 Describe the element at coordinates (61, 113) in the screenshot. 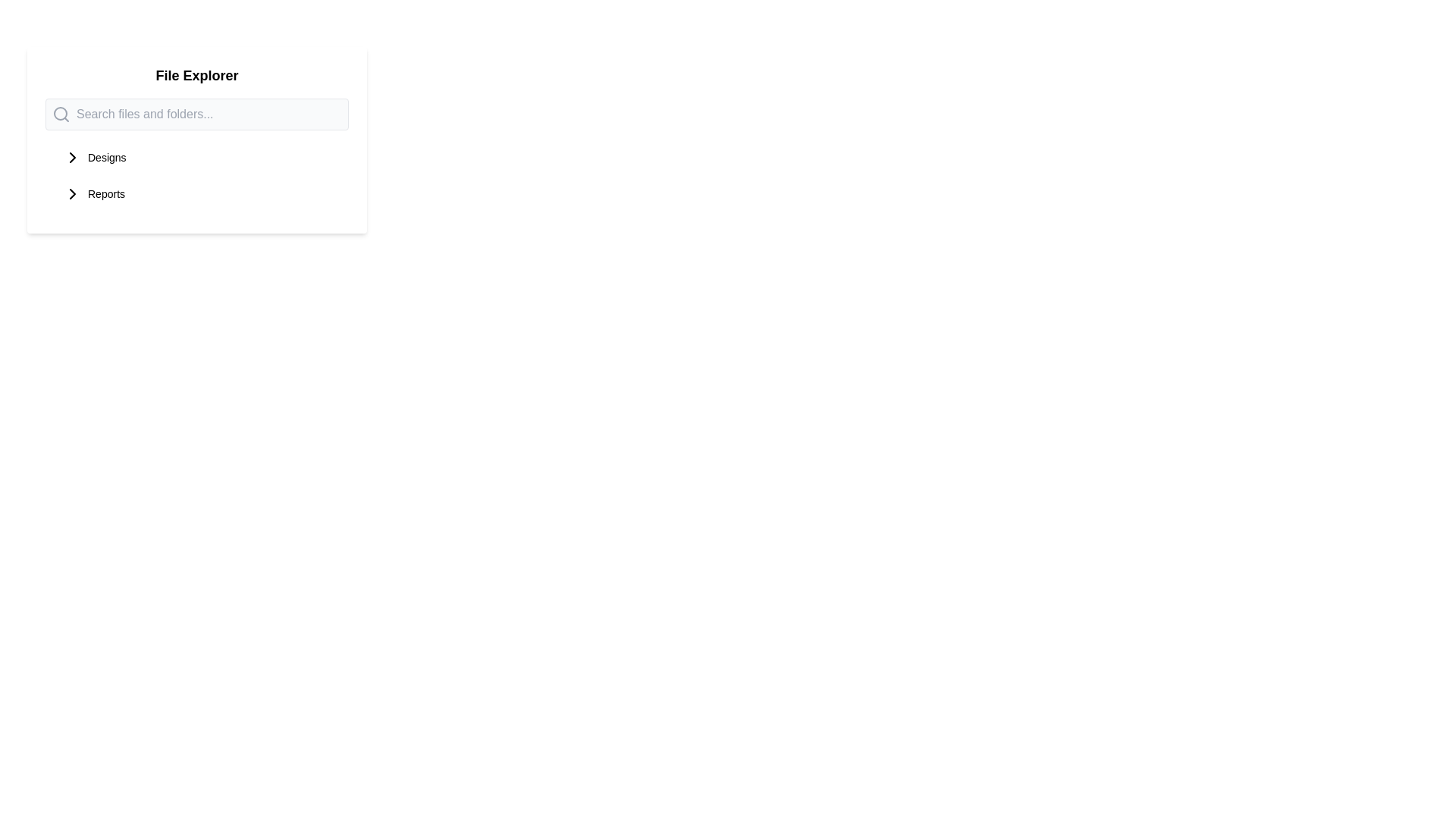

I see `the decorative circular graphic component of the search icon located at the top-left corner of the search bar` at that location.